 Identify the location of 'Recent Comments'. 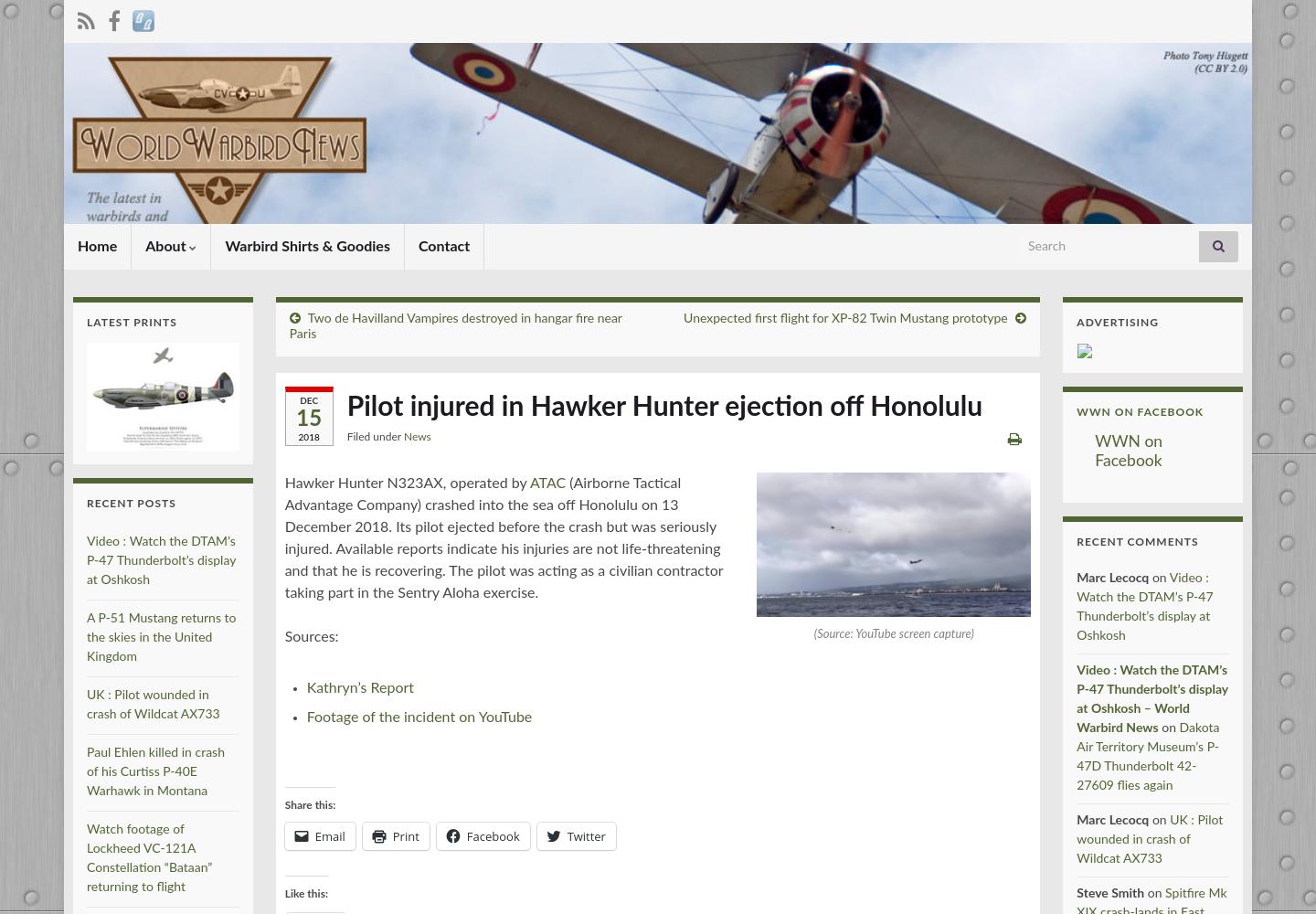
(1136, 540).